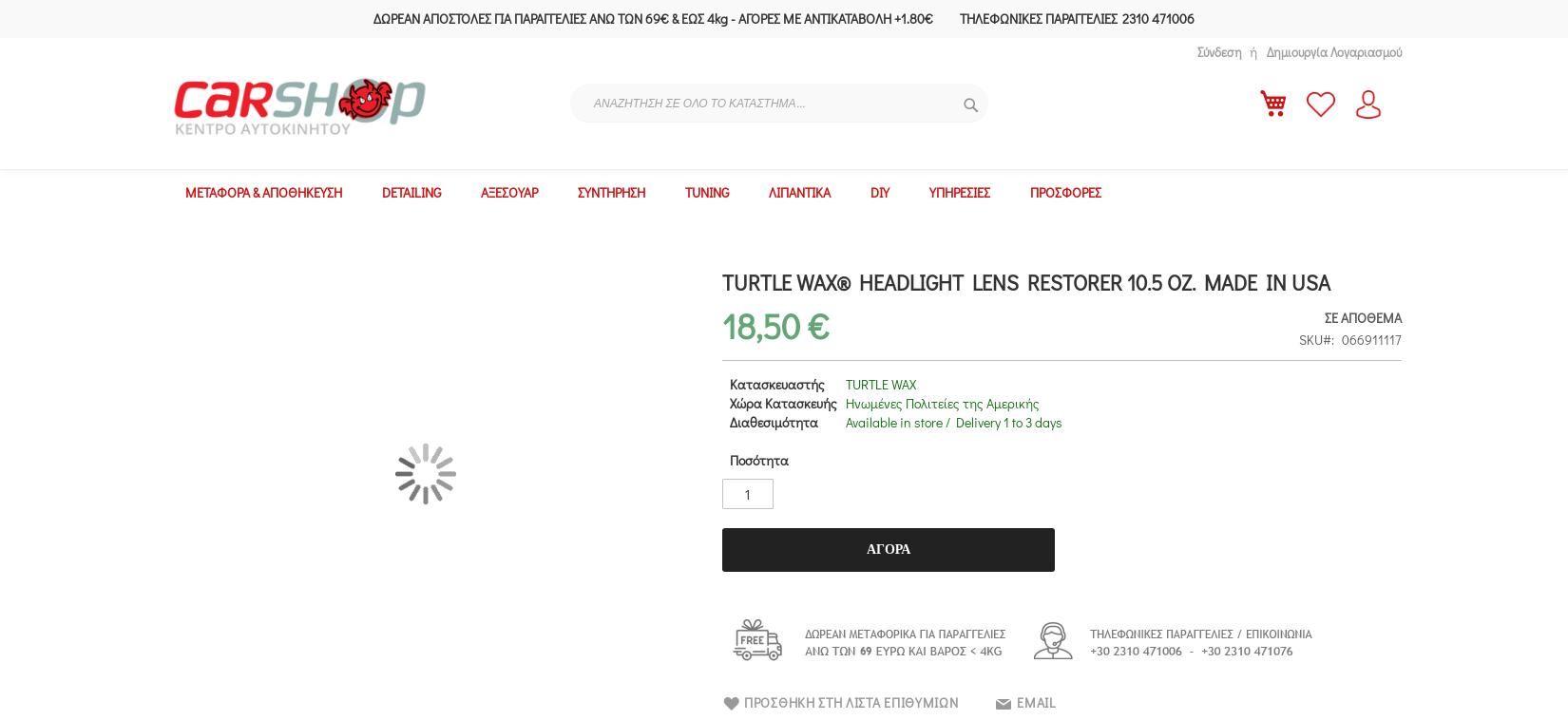  I want to click on 'TURTLE WAX® HEADLIGHT LENS RESTORER 10.5 oz. MADE IN USA', so click(1025, 282).